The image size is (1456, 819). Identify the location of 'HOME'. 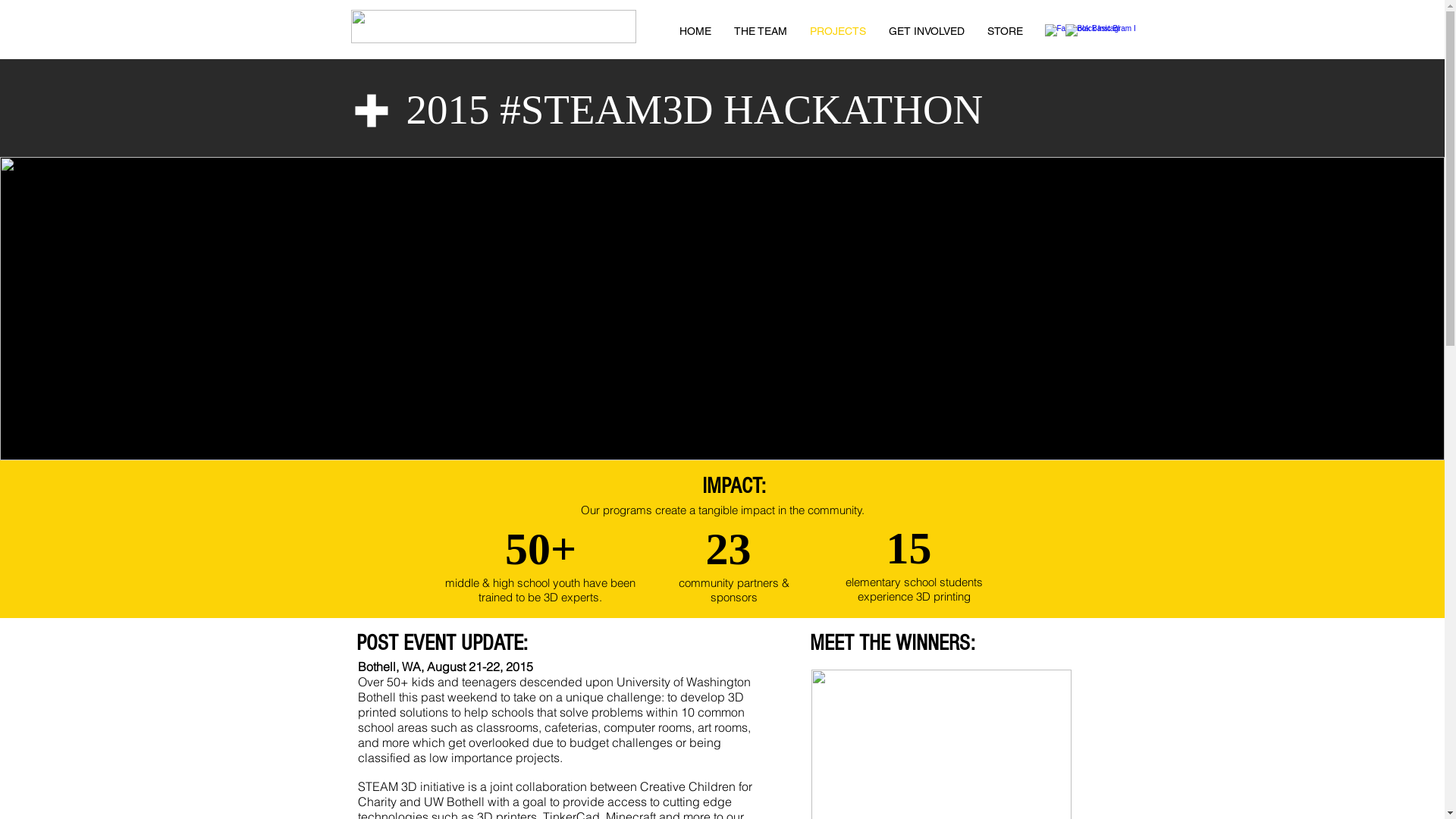
(694, 31).